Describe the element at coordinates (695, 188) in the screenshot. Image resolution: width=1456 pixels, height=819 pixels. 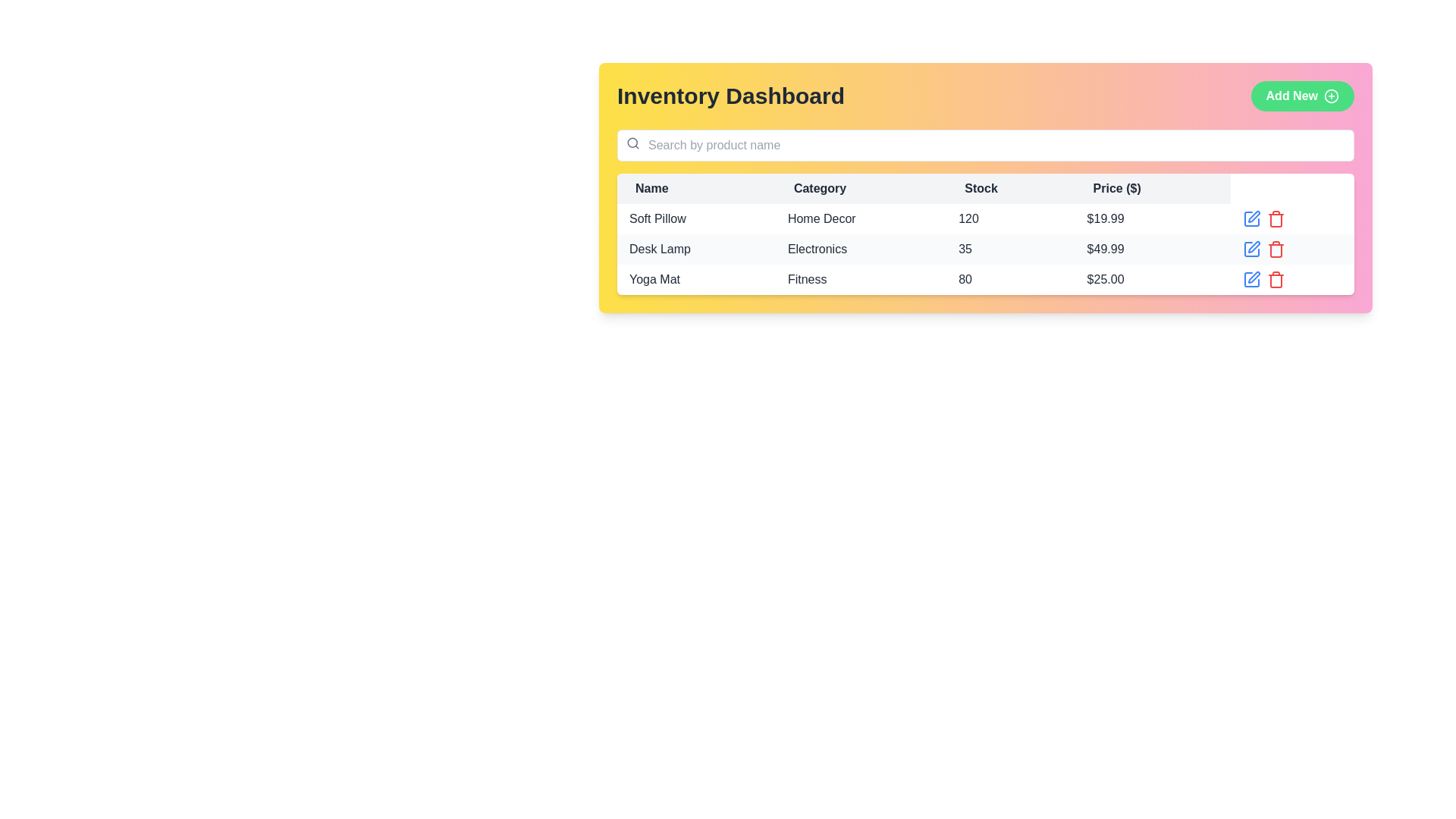
I see `the label that serves as the header for the first column of the data table, which is located above the 'Name' column` at that location.